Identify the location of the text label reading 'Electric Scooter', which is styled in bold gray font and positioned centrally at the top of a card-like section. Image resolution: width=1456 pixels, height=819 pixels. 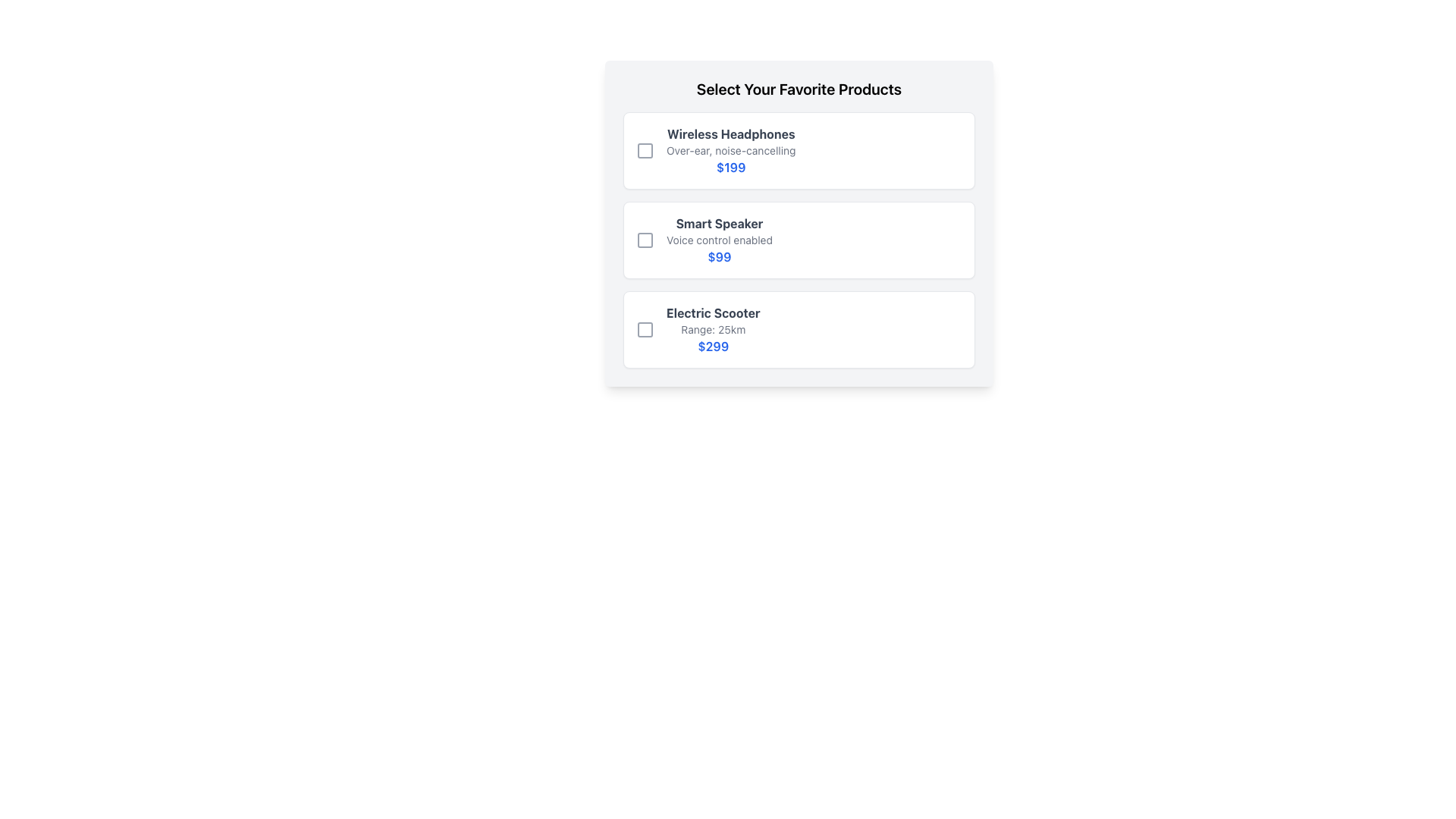
(712, 312).